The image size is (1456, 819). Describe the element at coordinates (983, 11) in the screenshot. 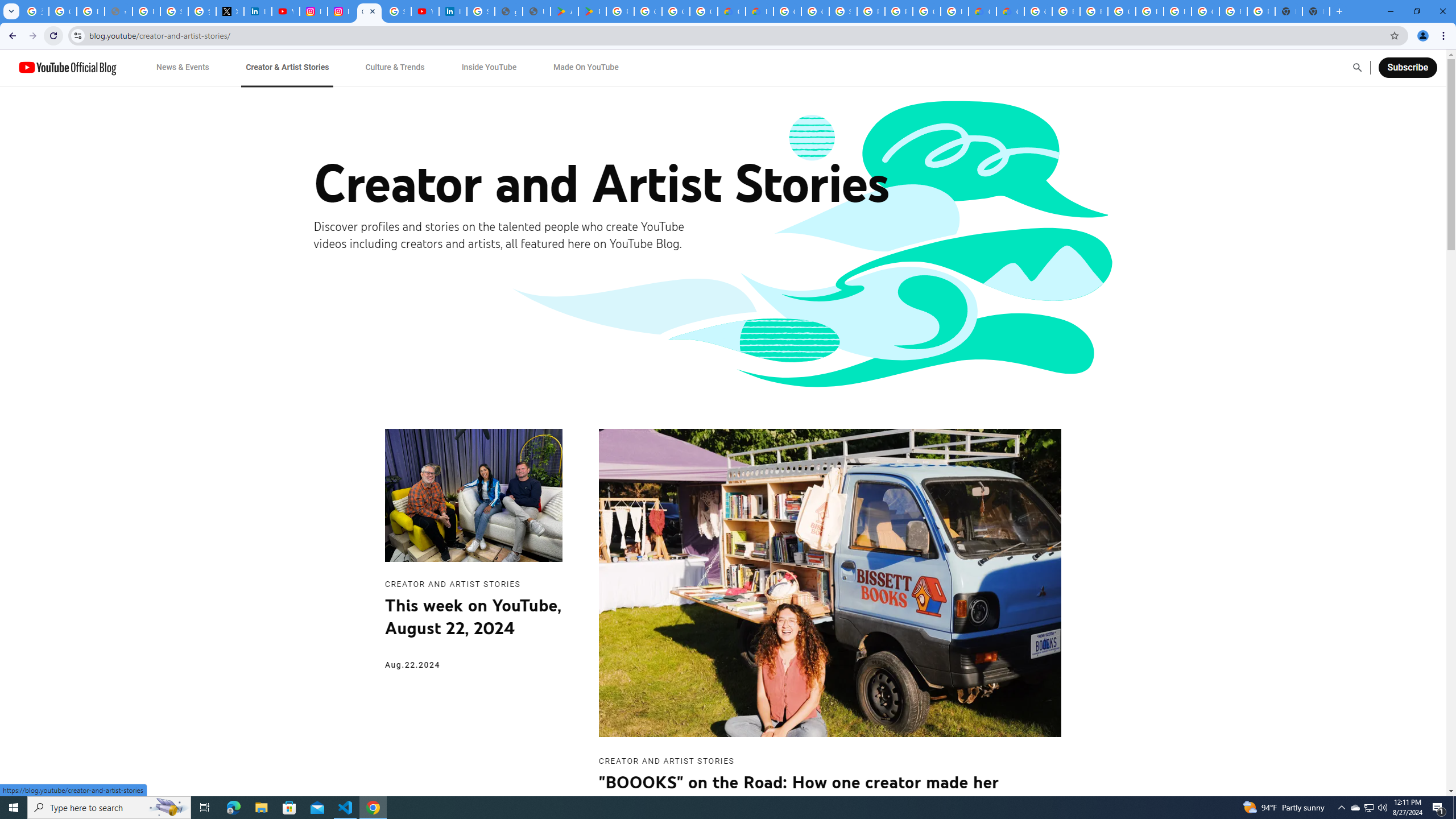

I see `'Customer Care | Google Cloud'` at that location.